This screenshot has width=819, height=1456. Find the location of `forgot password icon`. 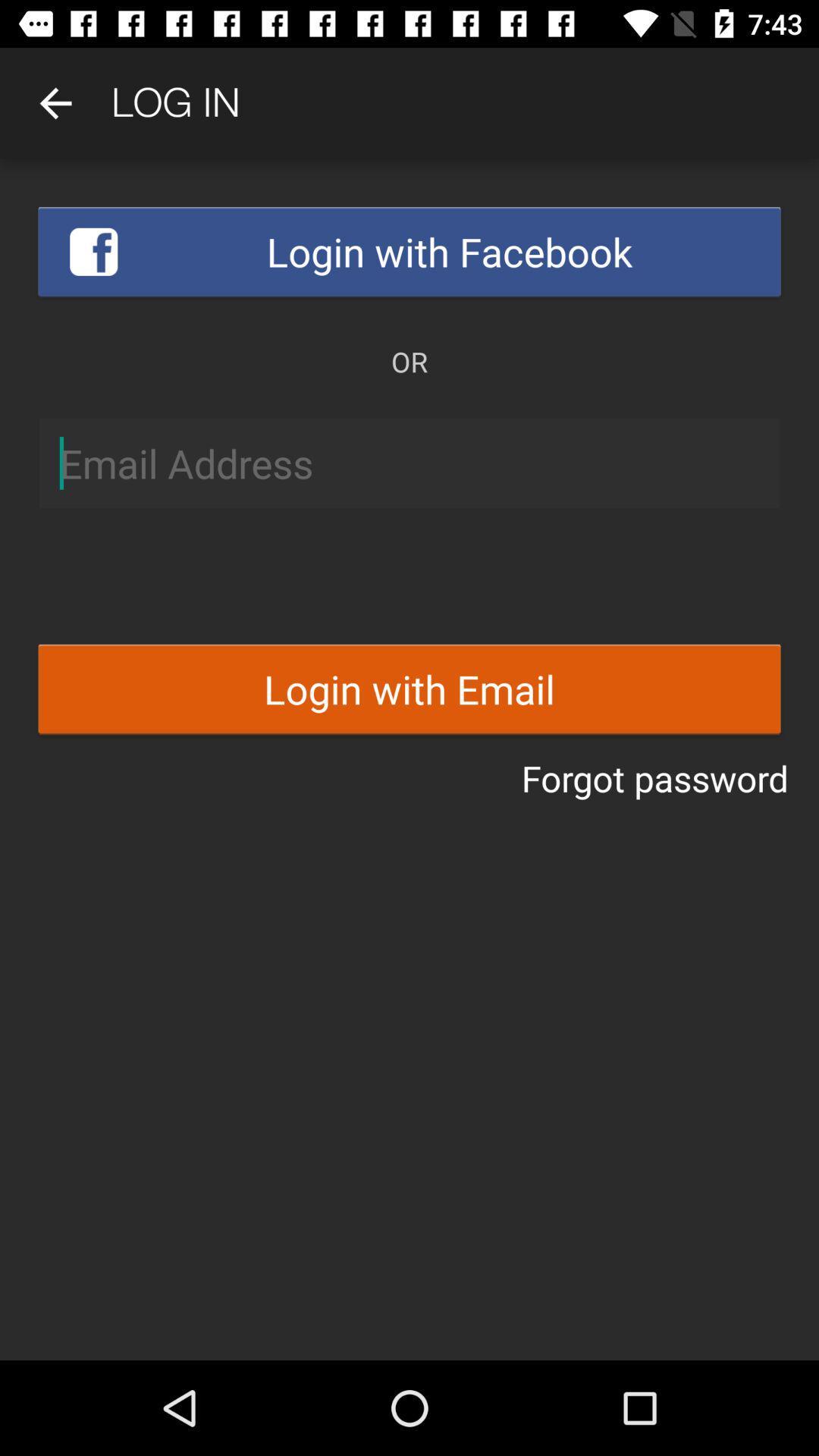

forgot password icon is located at coordinates (654, 778).